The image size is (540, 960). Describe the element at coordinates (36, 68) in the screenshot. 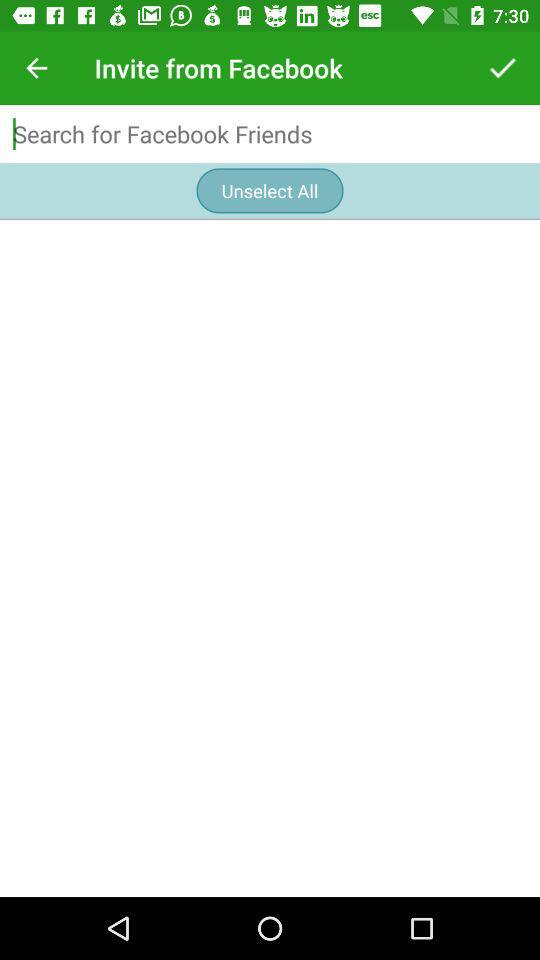

I see `the icon next to invite from facebook item` at that location.